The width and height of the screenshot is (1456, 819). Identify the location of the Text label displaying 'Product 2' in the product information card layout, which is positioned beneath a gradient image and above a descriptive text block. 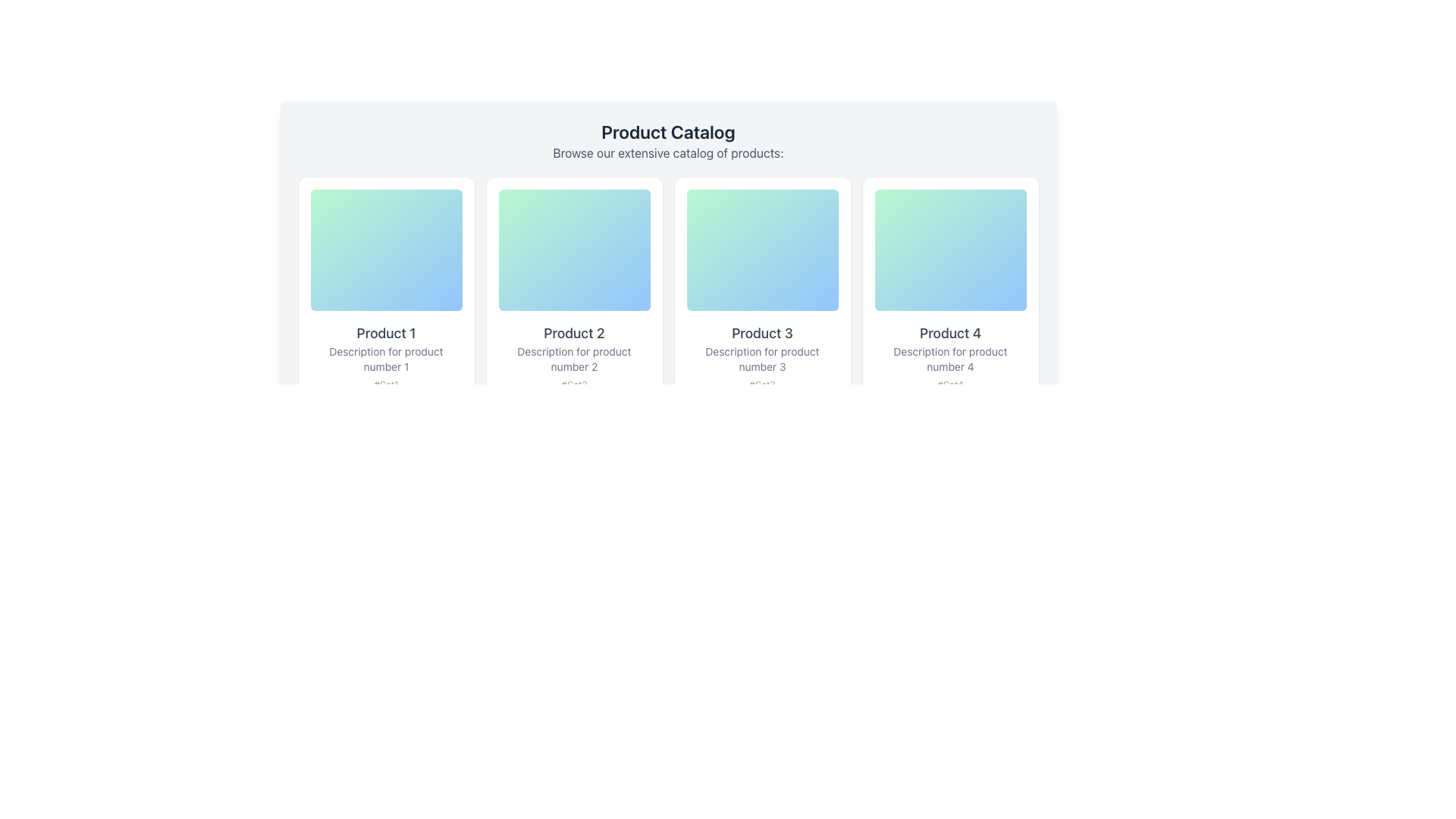
(573, 332).